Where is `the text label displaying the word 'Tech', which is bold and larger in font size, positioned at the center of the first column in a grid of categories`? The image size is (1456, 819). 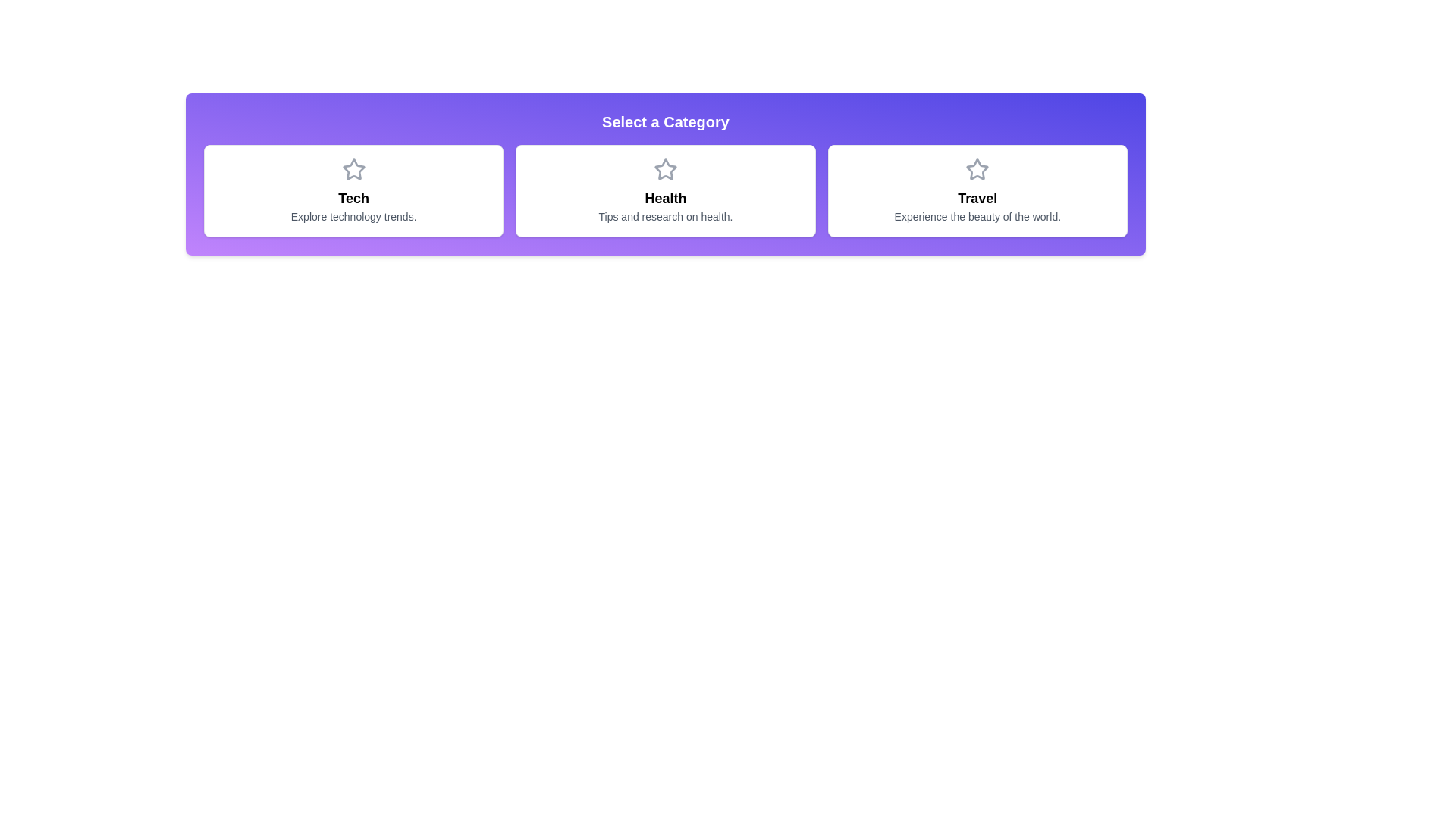
the text label displaying the word 'Tech', which is bold and larger in font size, positioned at the center of the first column in a grid of categories is located at coordinates (353, 198).